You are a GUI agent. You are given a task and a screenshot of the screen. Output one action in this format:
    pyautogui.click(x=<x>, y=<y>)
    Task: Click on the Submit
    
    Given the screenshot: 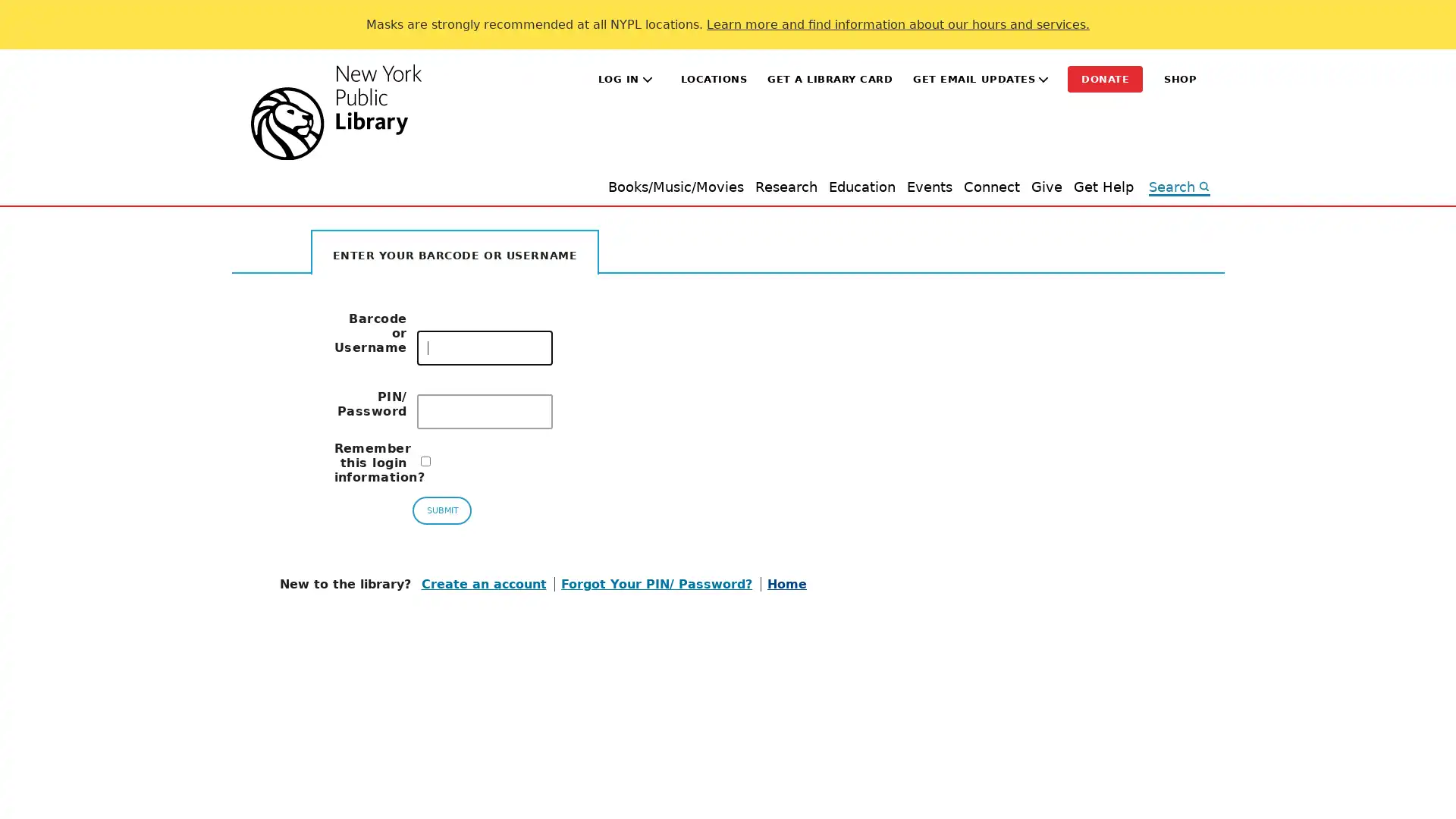 What is the action you would take?
    pyautogui.click(x=440, y=510)
    